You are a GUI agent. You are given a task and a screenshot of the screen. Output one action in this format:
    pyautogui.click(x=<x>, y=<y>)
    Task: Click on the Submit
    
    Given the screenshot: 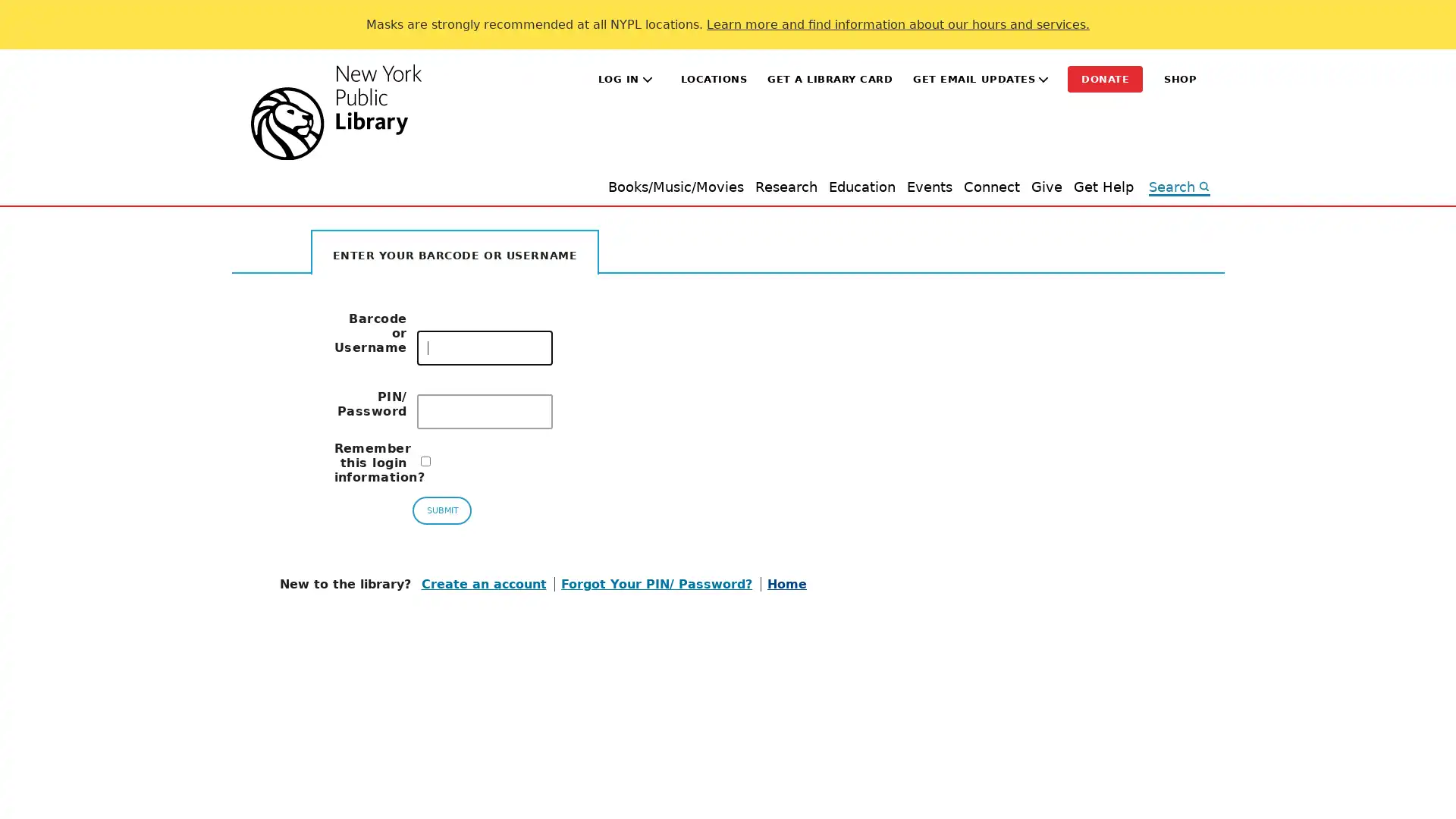 What is the action you would take?
    pyautogui.click(x=440, y=510)
    